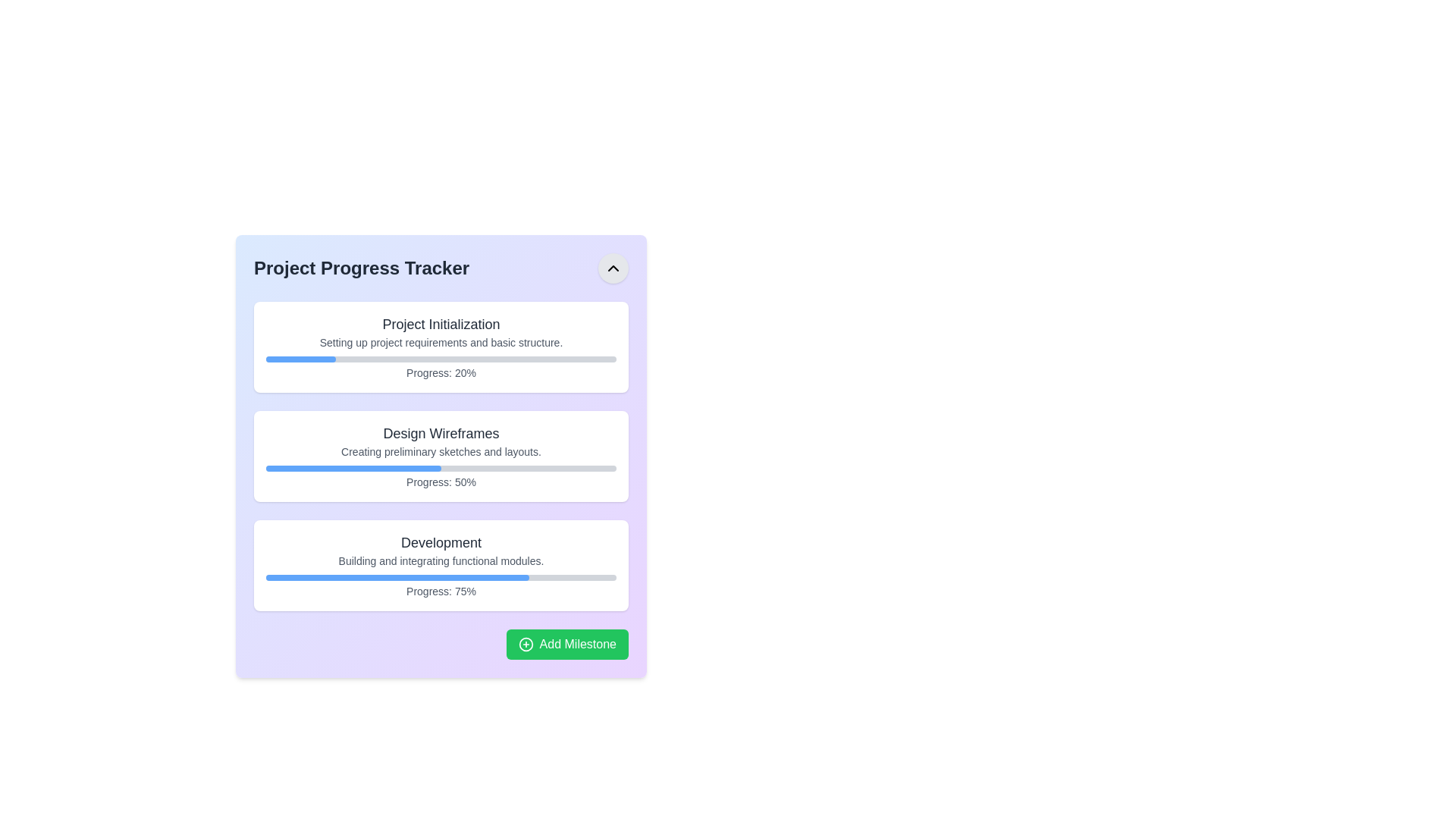  What do you see at coordinates (440, 578) in the screenshot?
I see `the progress bar that is styled as a horizontal rectangle with rounded corners, showing 75% progress beneath the text 'Building and integrating functional modules.'` at bounding box center [440, 578].